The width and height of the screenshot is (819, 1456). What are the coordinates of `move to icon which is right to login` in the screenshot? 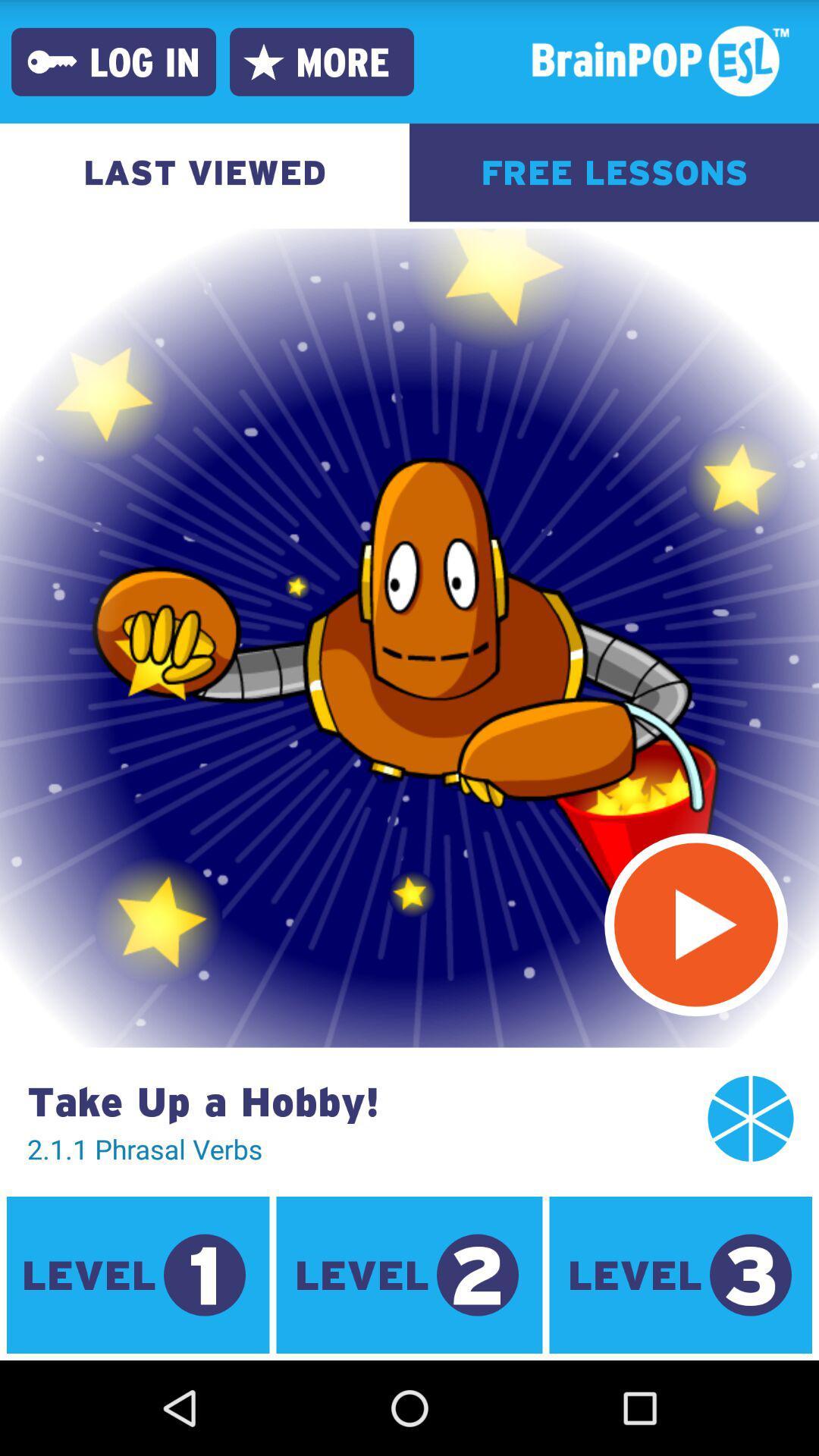 It's located at (262, 61).